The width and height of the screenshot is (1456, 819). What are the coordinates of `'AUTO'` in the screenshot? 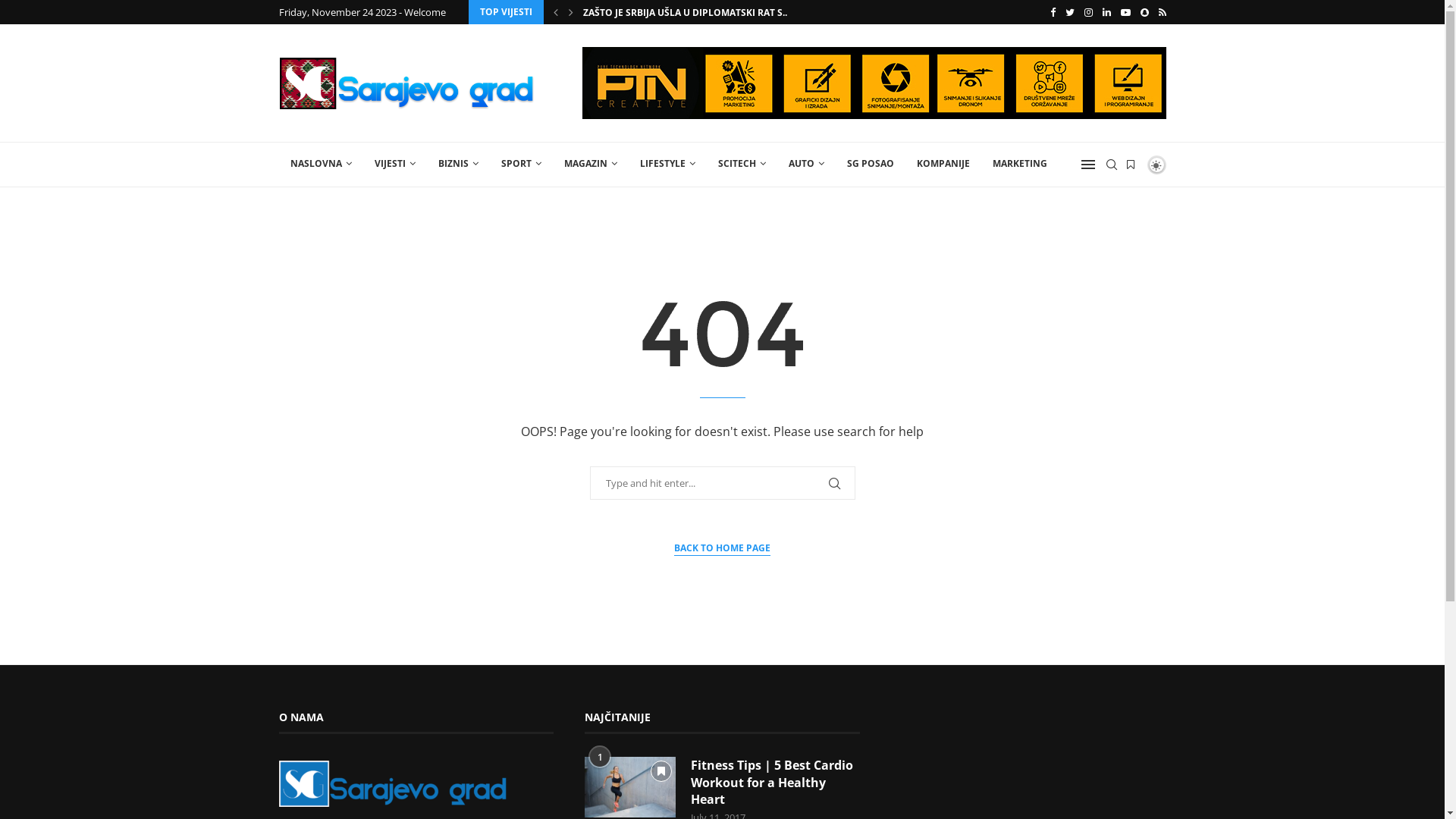 It's located at (805, 164).